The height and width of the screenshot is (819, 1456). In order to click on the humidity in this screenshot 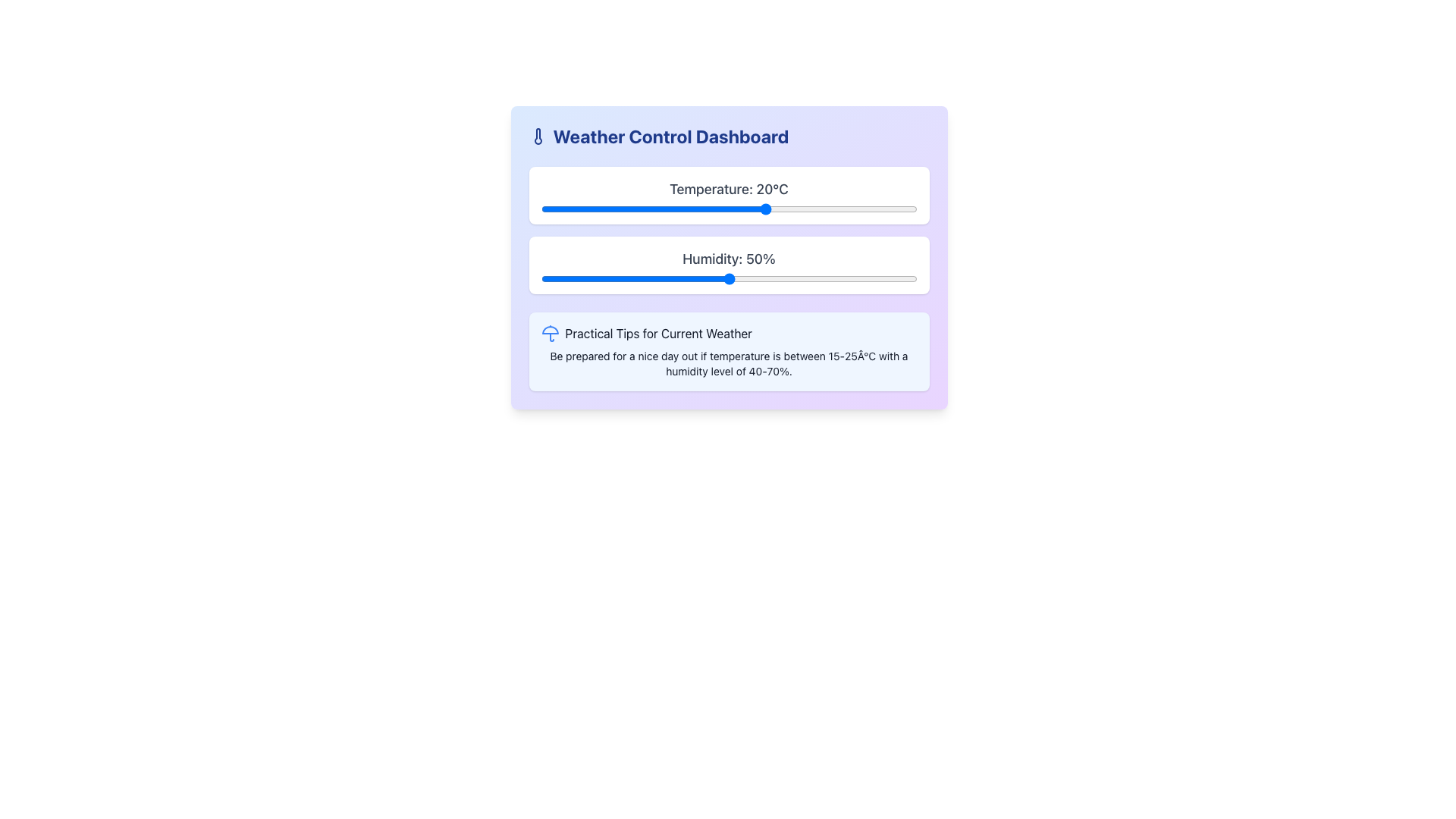, I will do `click(729, 278)`.